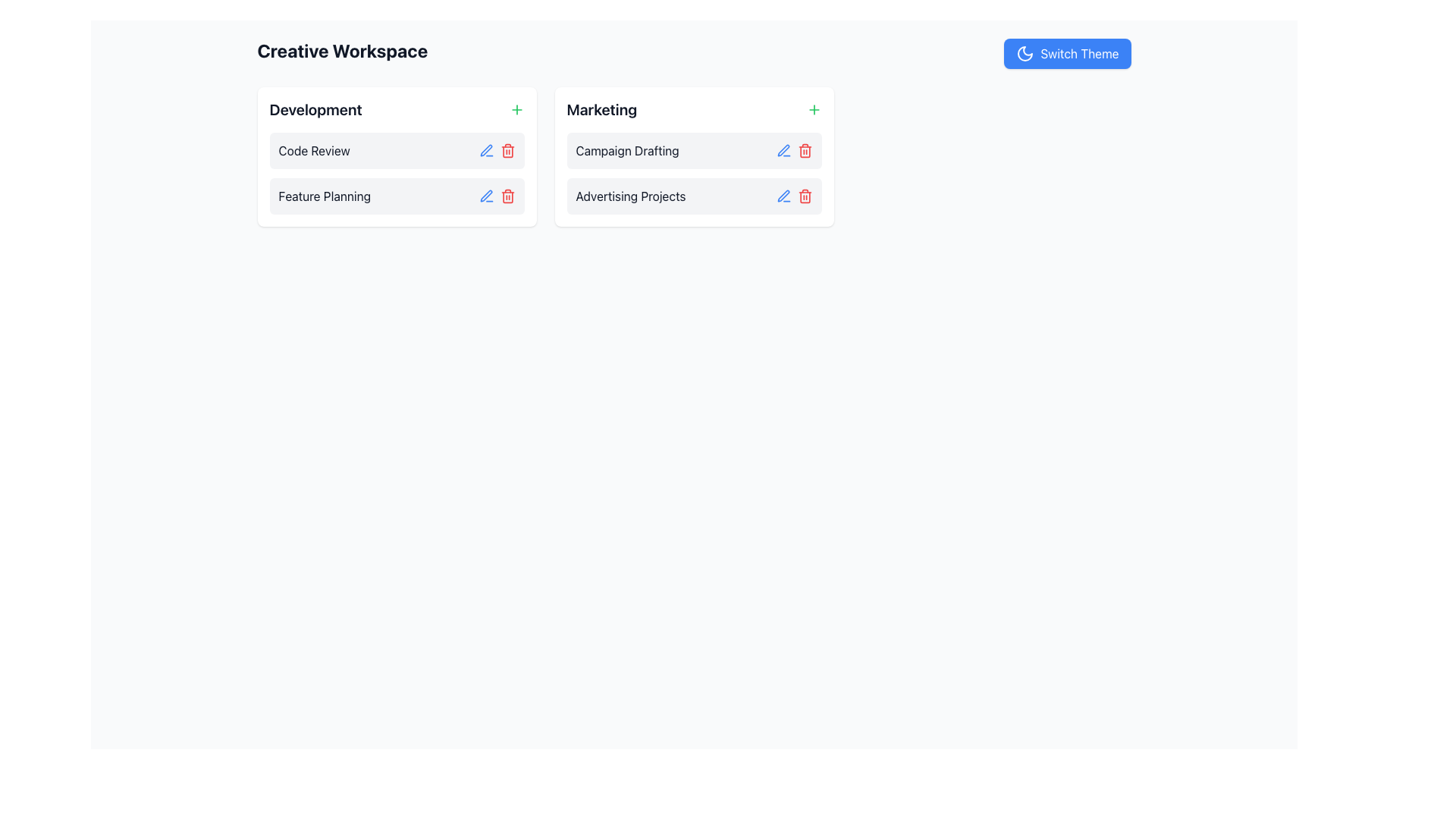 The image size is (1456, 819). I want to click on the green circular '+' icon button in the top-right corner of the 'Development' section, so click(516, 109).